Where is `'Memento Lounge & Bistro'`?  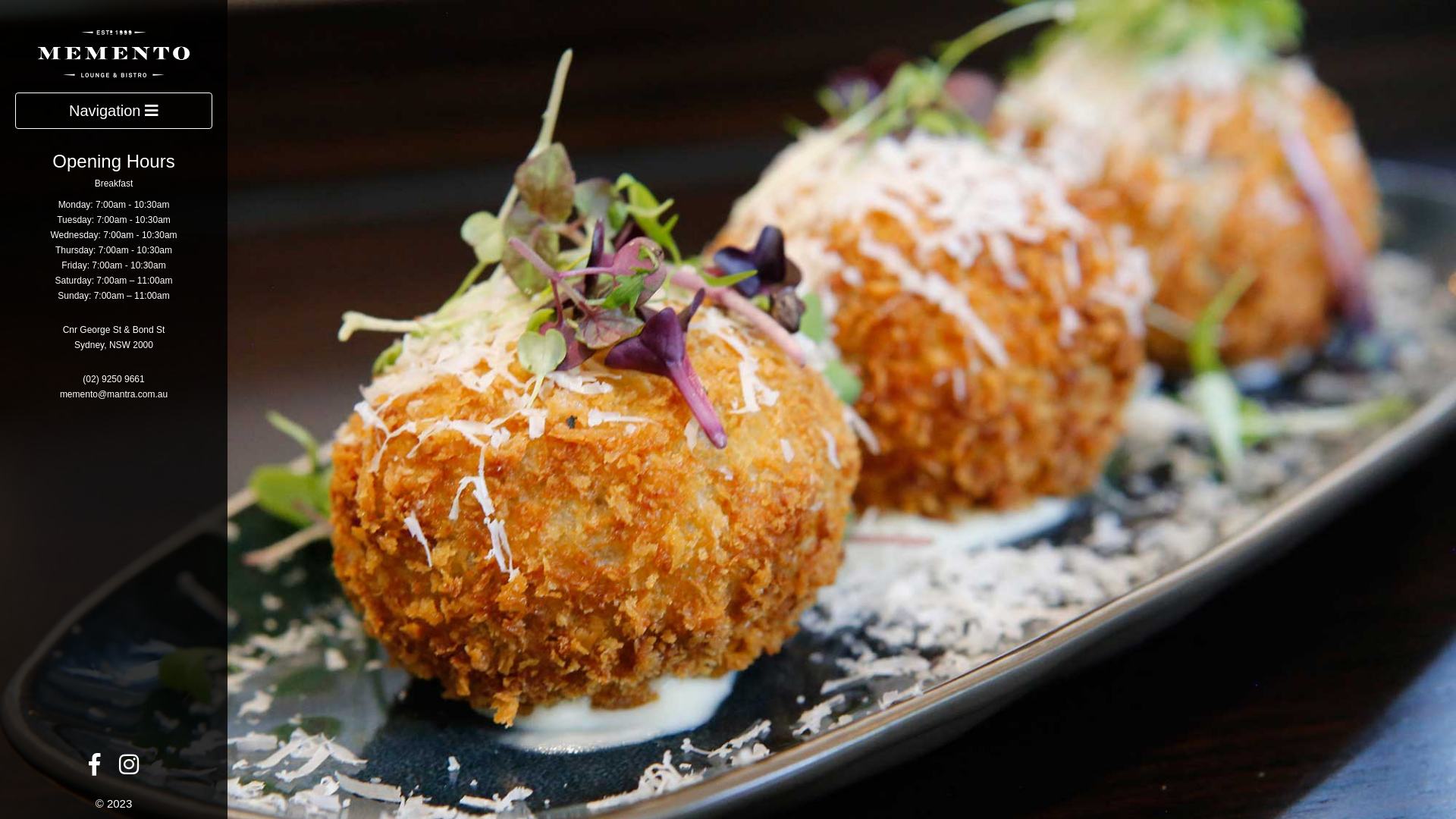
'Memento Lounge & Bistro' is located at coordinates (112, 52).